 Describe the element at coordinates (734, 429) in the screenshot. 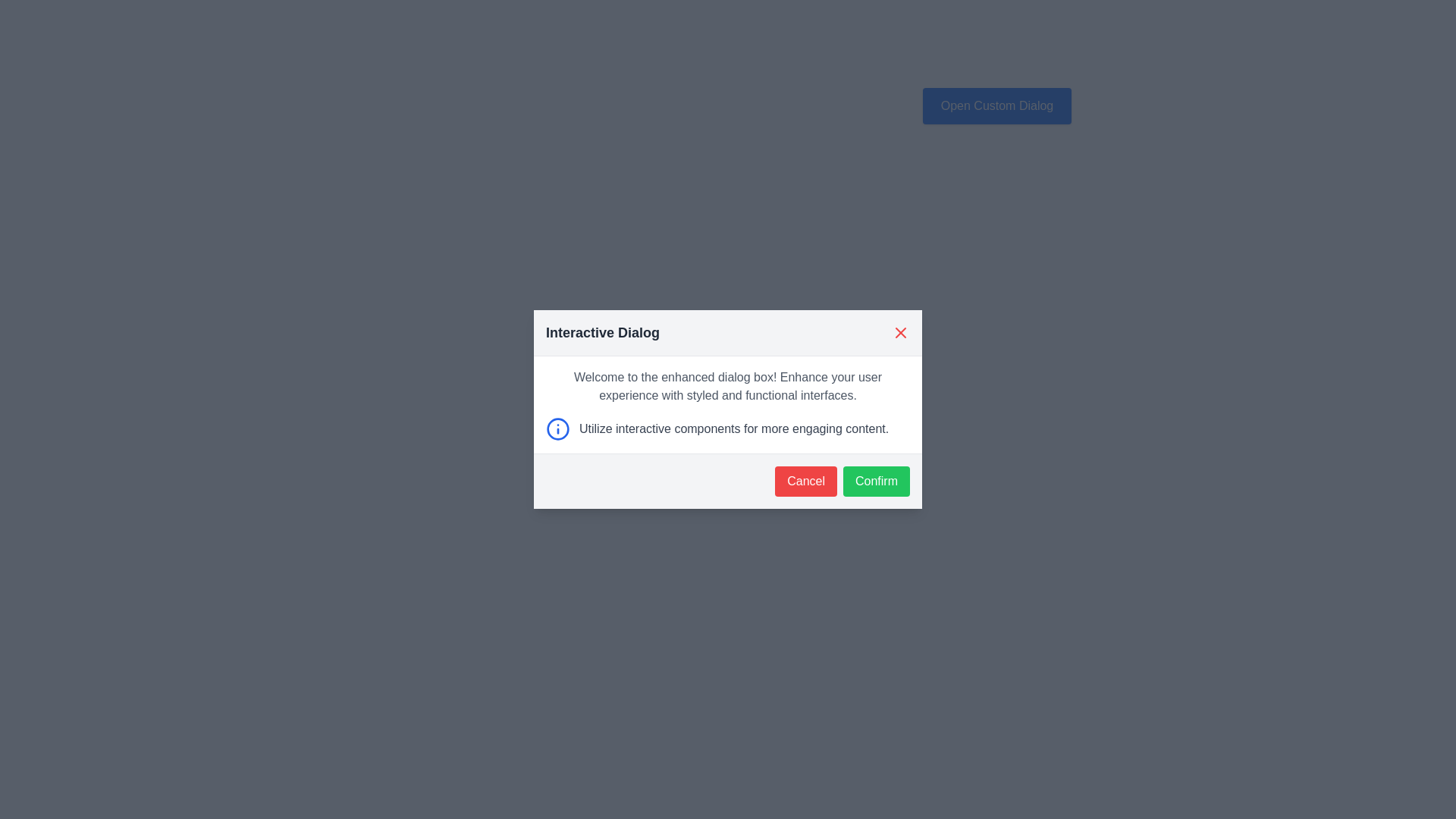

I see `the informative message text that is positioned to the right of the information icon inside the dialog box, horizontally centered within the dialog and approximately in the middle of its vertical space` at that location.